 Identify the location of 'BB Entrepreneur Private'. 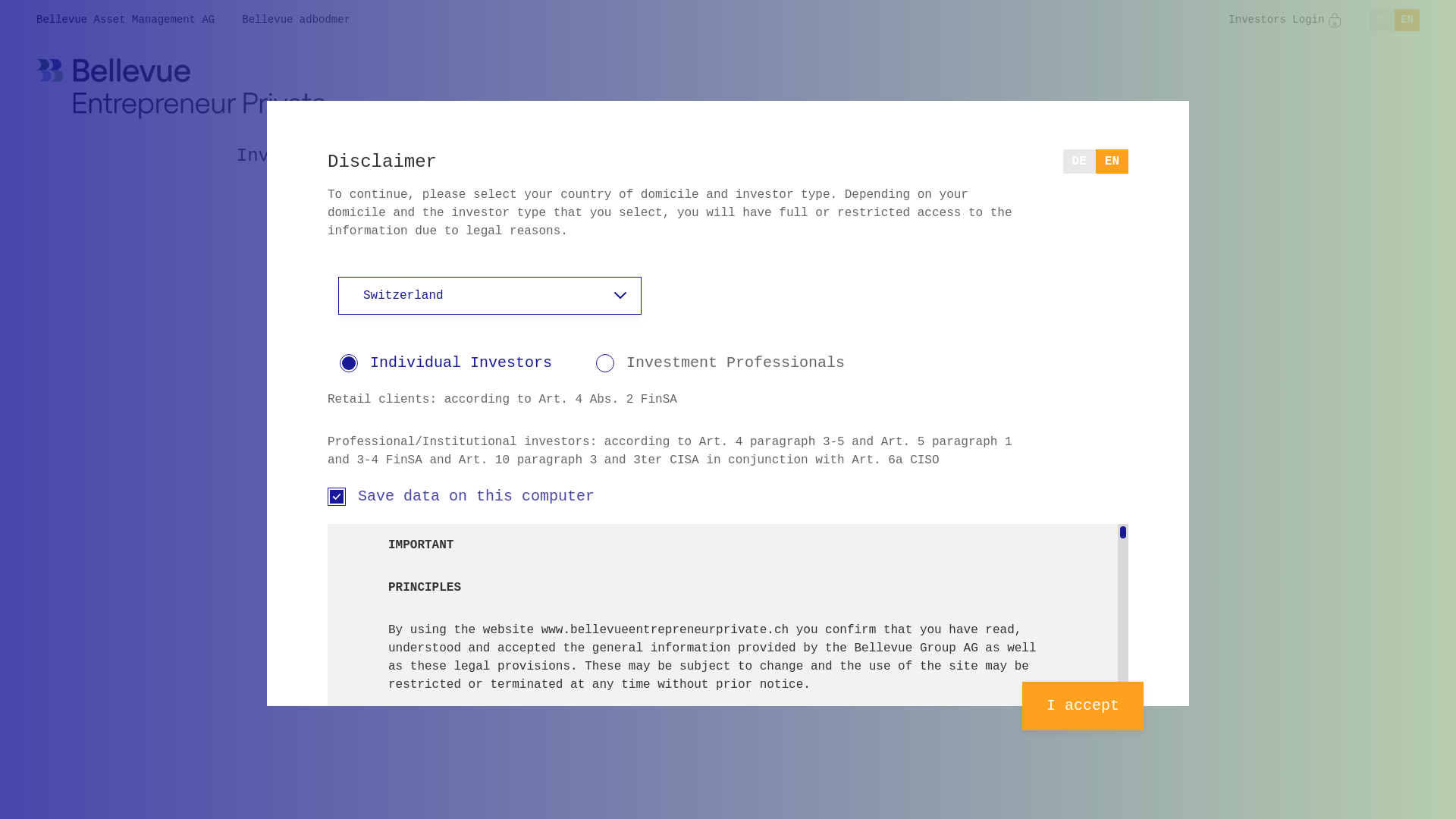
(36, 88).